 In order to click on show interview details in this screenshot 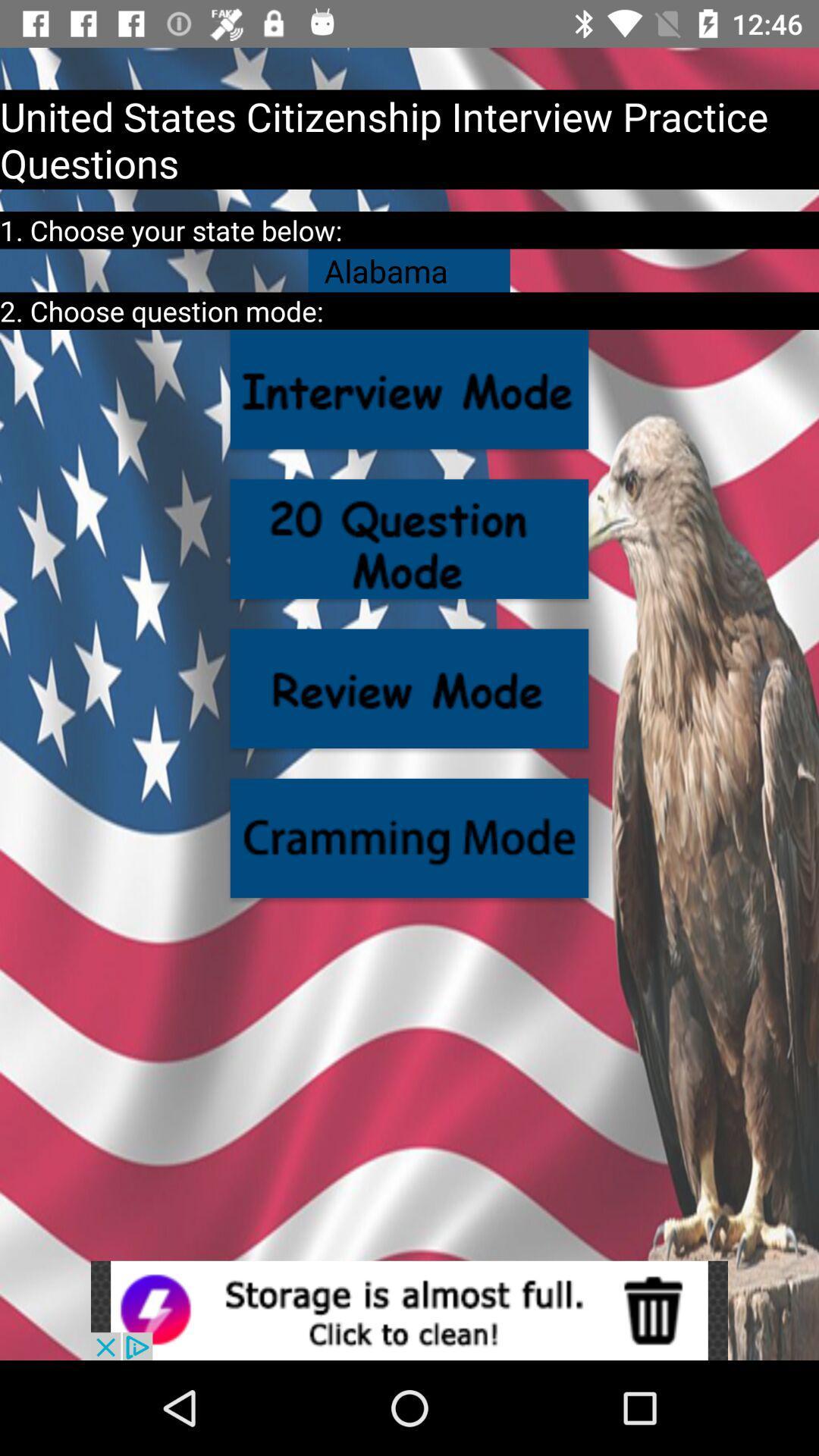, I will do `click(409, 389)`.